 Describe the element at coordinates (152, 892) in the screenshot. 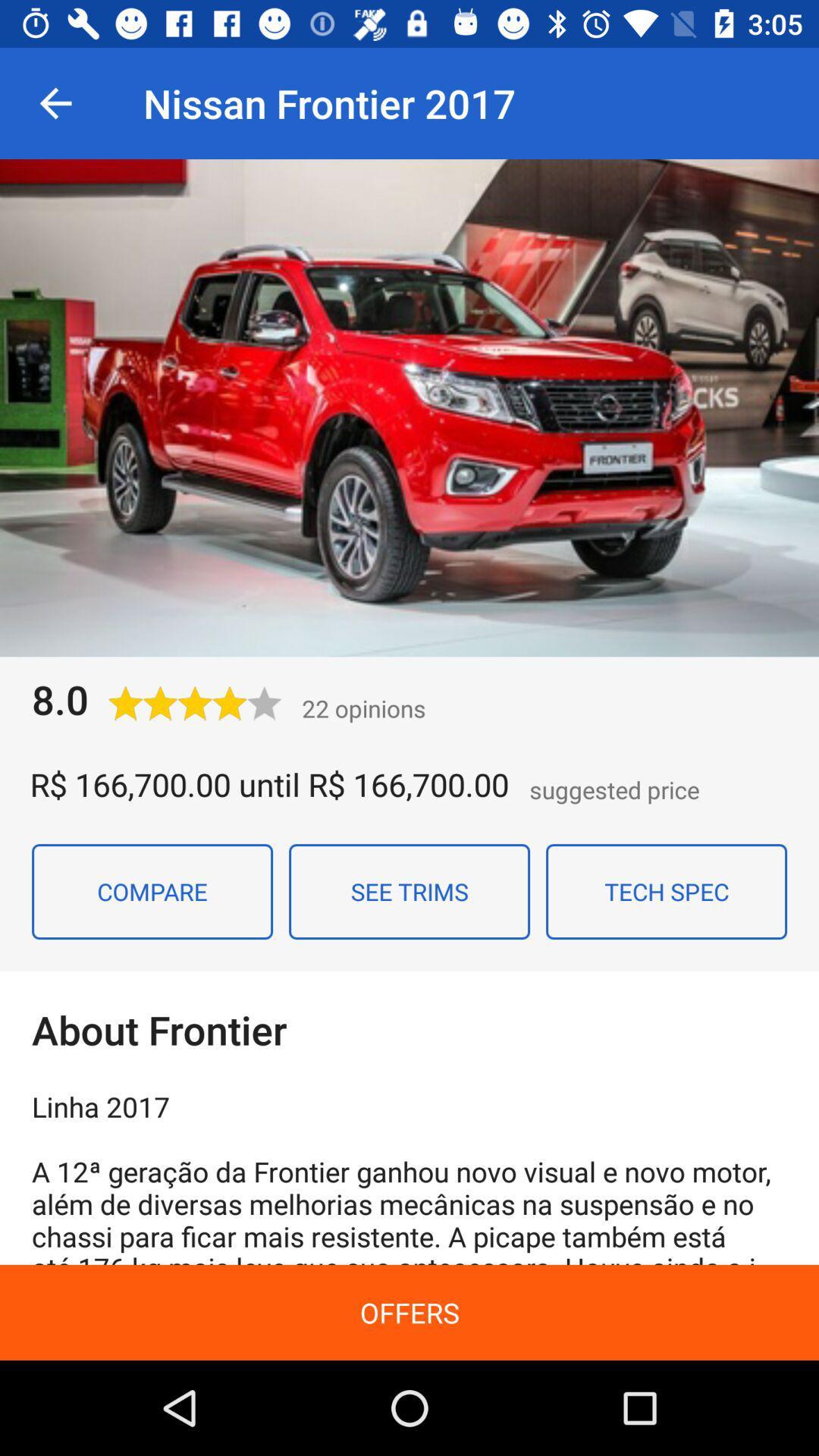

I see `compare` at that location.